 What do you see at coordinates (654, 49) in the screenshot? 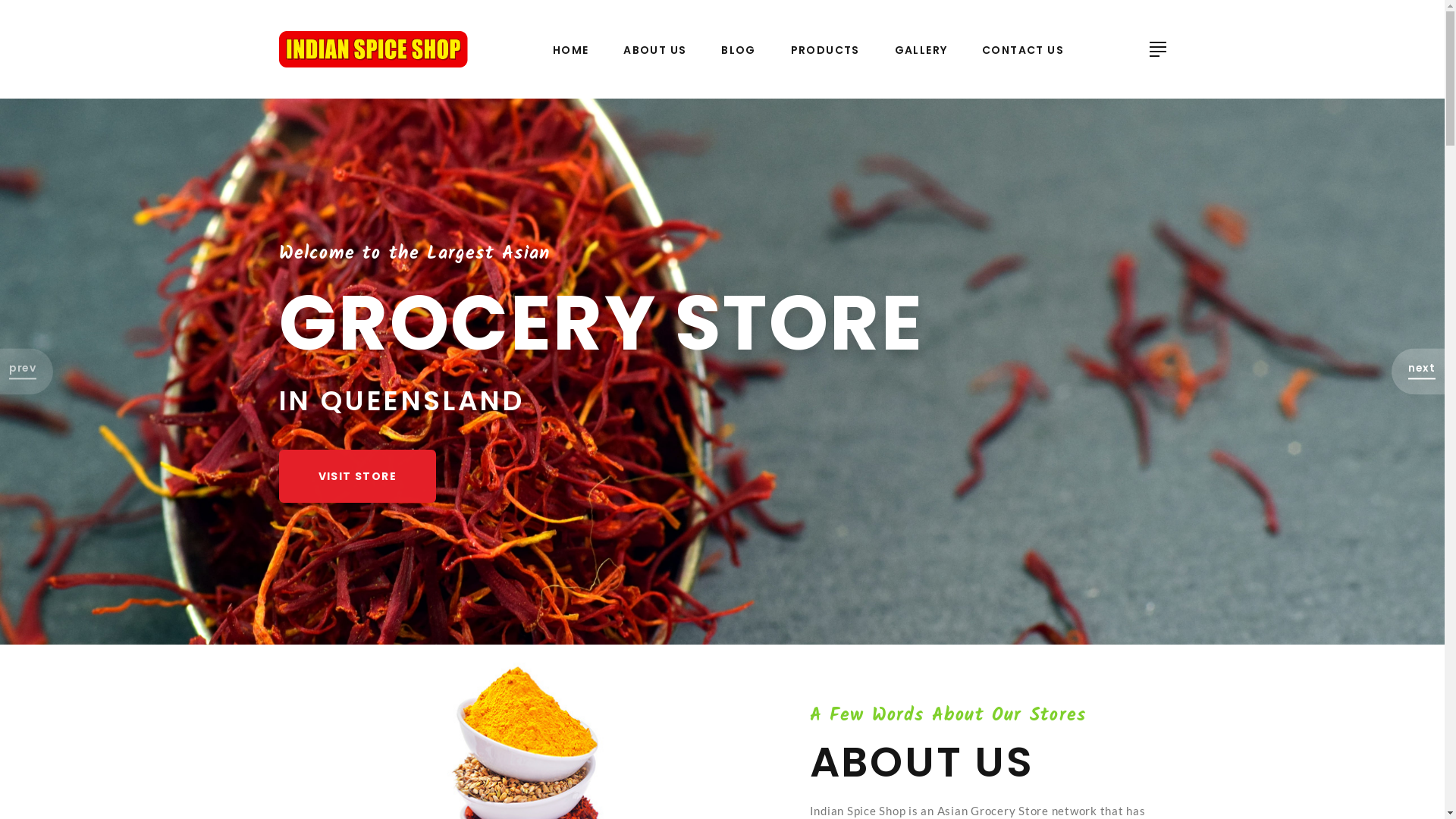
I see `'ABOUT US'` at bounding box center [654, 49].